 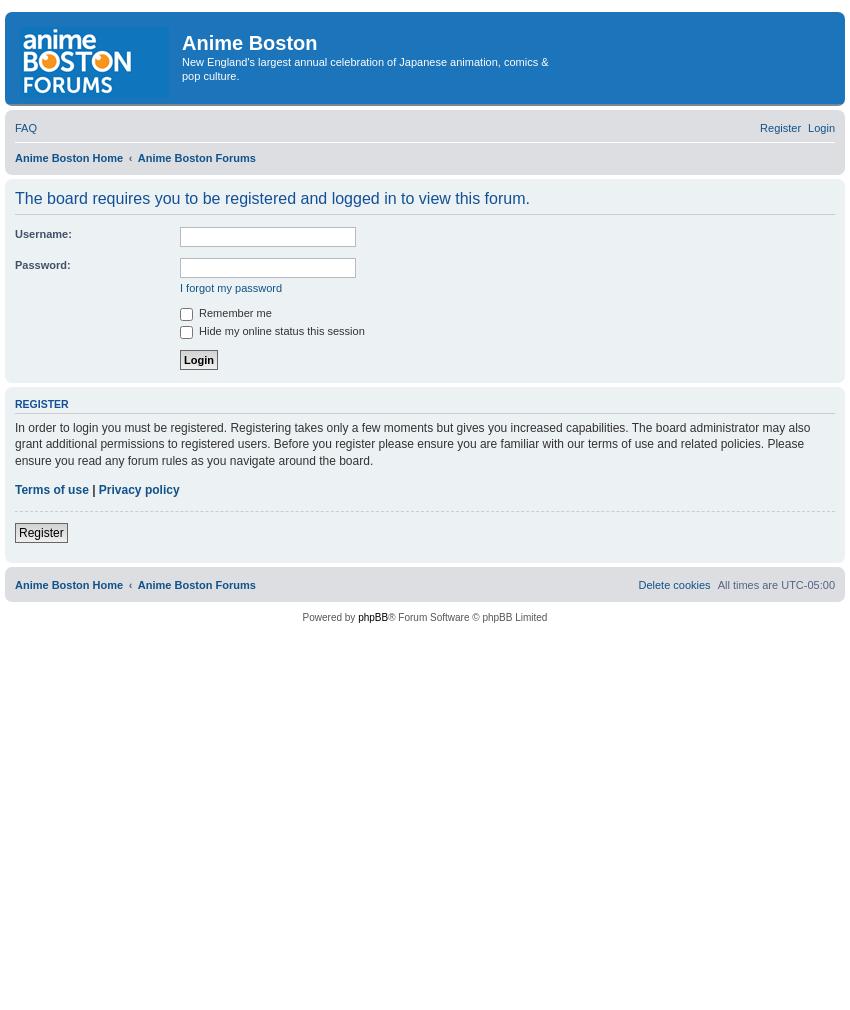 What do you see at coordinates (749, 582) in the screenshot?
I see `'All times are'` at bounding box center [749, 582].